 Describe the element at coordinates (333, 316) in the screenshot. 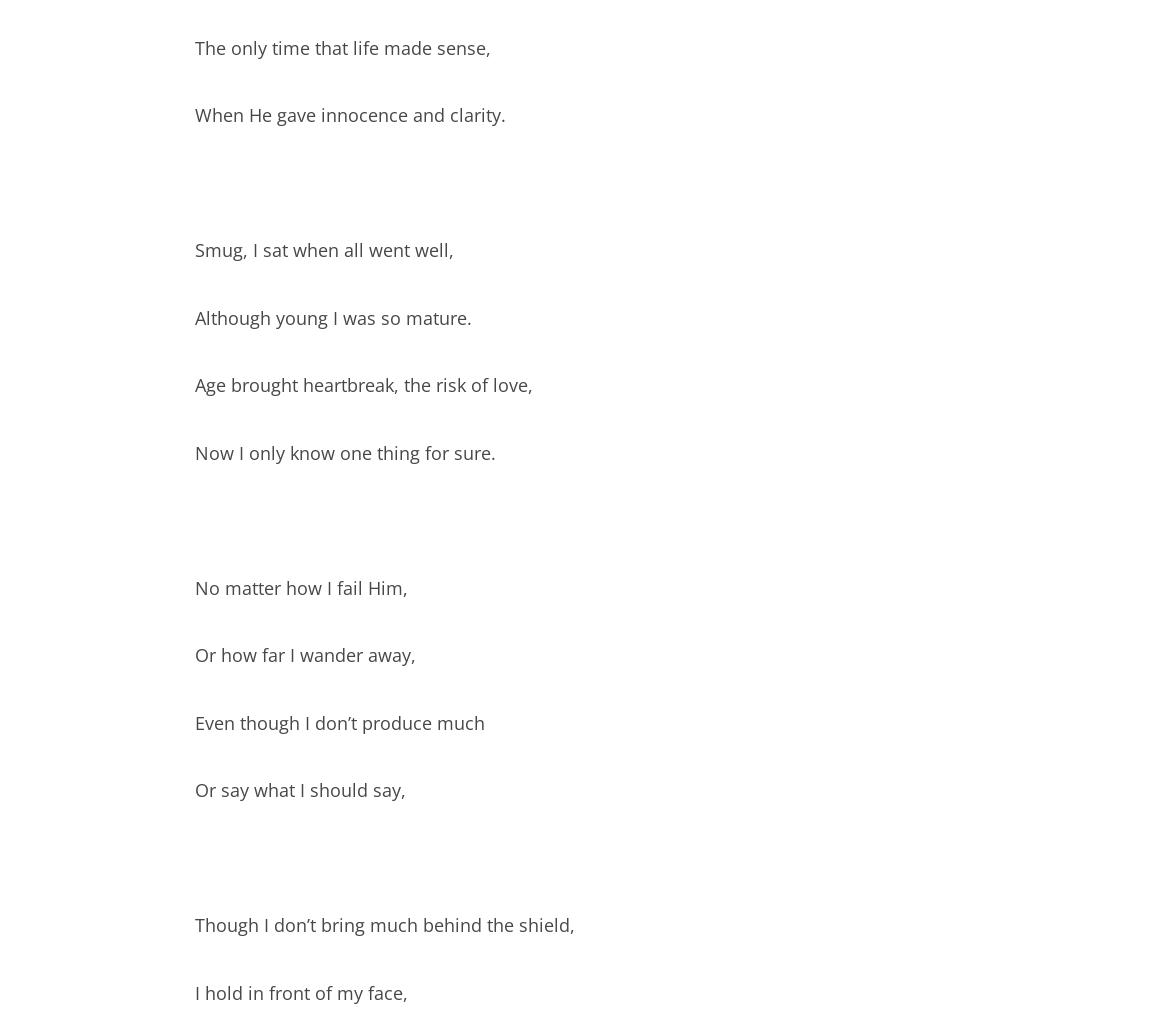

I see `'Although young I was so mature.'` at that location.